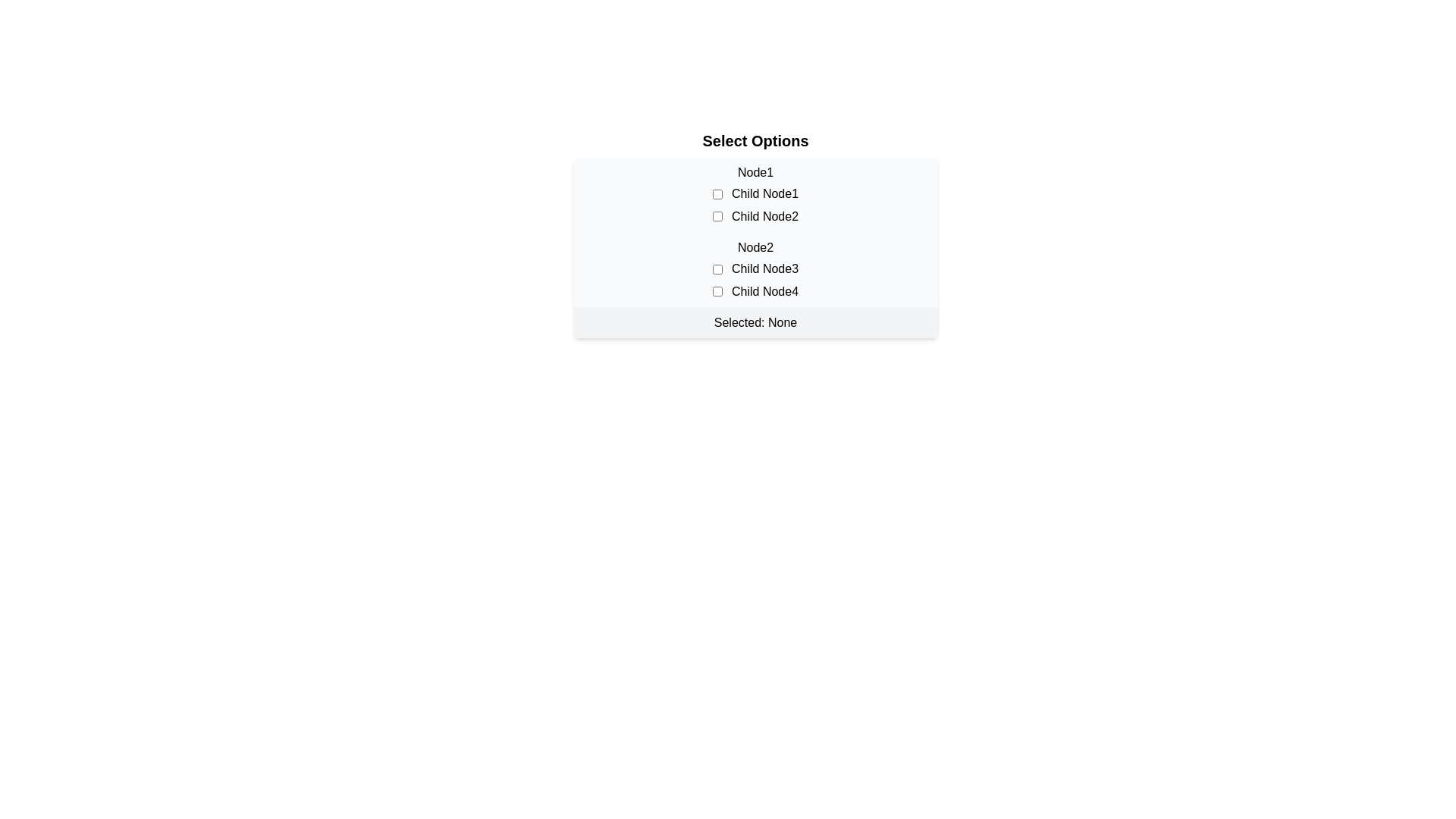 Image resolution: width=1456 pixels, height=819 pixels. What do you see at coordinates (764, 193) in the screenshot?
I see `the label that describes the first checkbox in the 'Node1' category, positioned horizontally to its right` at bounding box center [764, 193].